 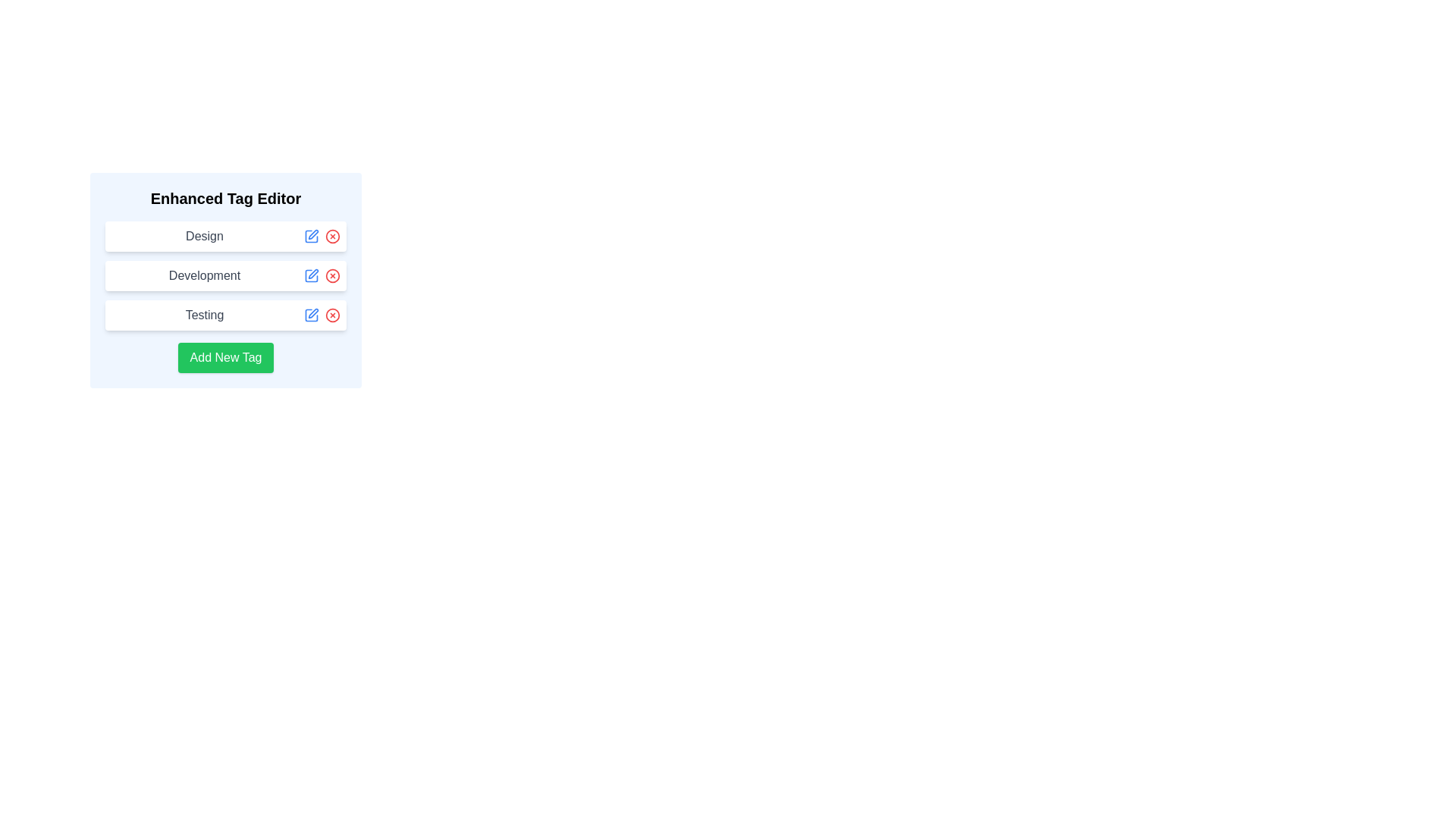 I want to click on the static text label in the 'Enhanced Tag Editor' section, located between 'Design' and 'Testing', so click(x=203, y=275).